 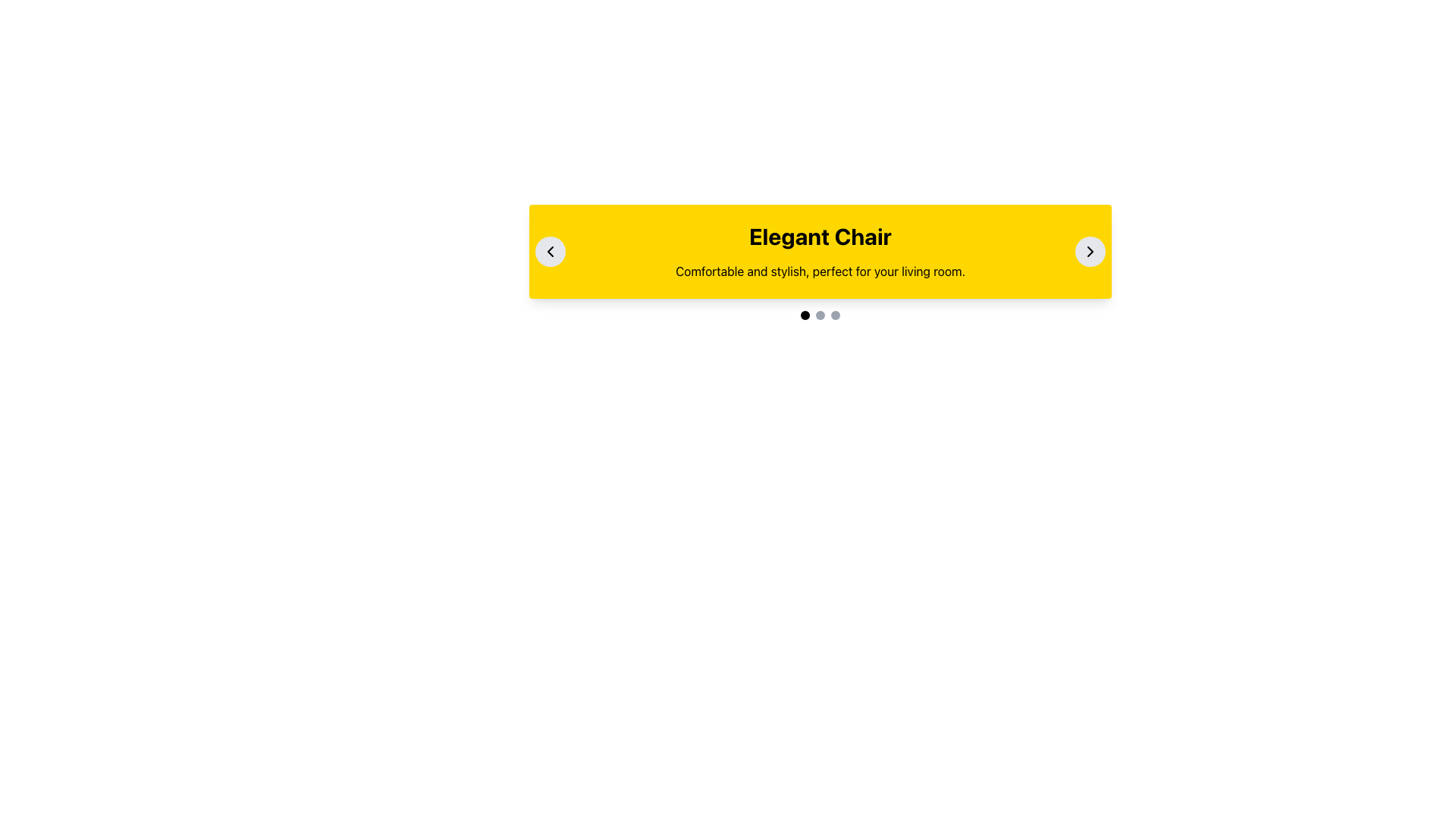 I want to click on the second circular dot of the Carousel indicator, which has a light gray background and is positioned between a black dot and a gray dot, so click(x=819, y=315).